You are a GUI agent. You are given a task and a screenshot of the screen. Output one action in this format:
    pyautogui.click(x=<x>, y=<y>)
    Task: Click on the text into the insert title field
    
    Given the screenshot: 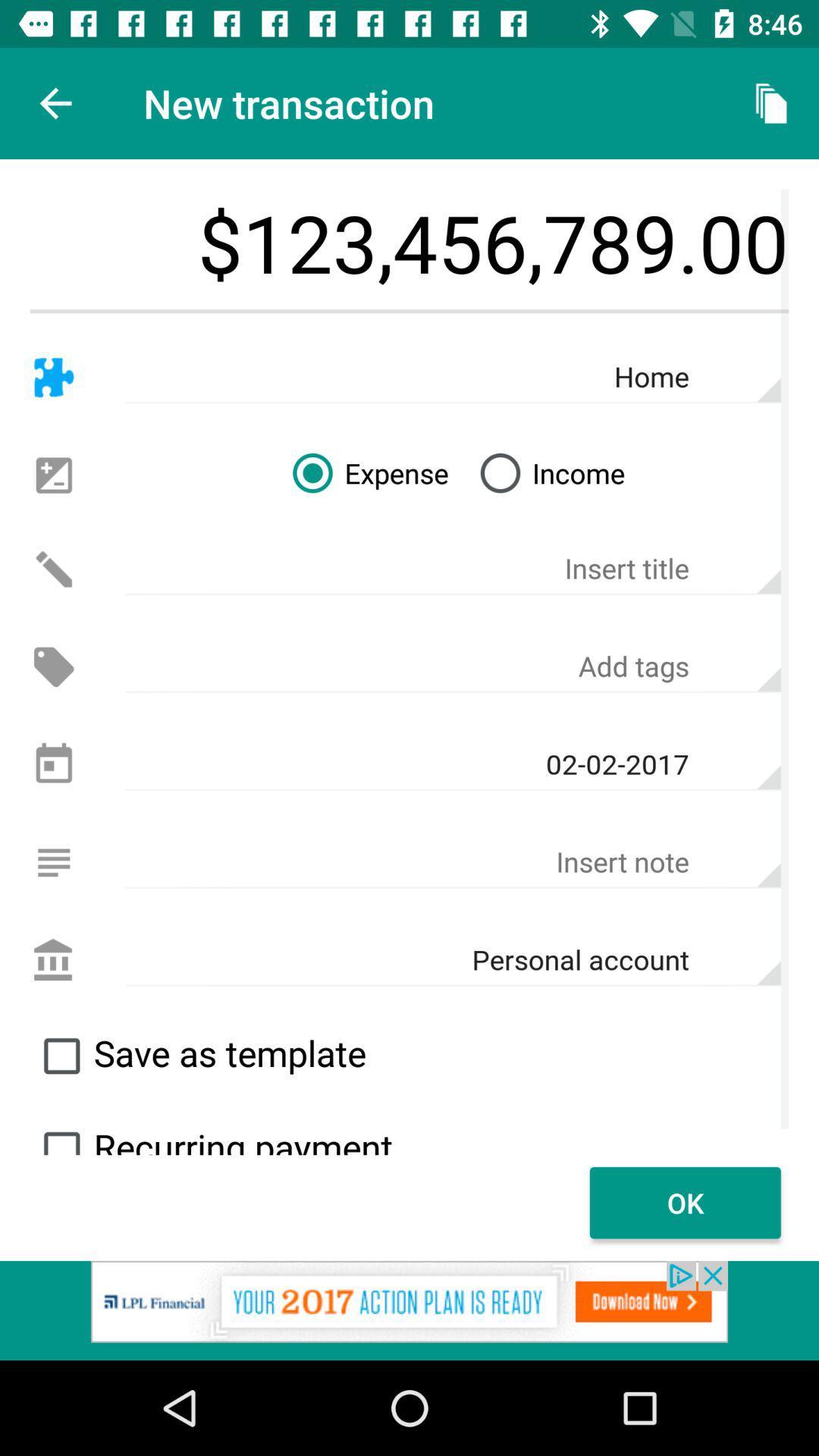 What is the action you would take?
    pyautogui.click(x=452, y=568)
    